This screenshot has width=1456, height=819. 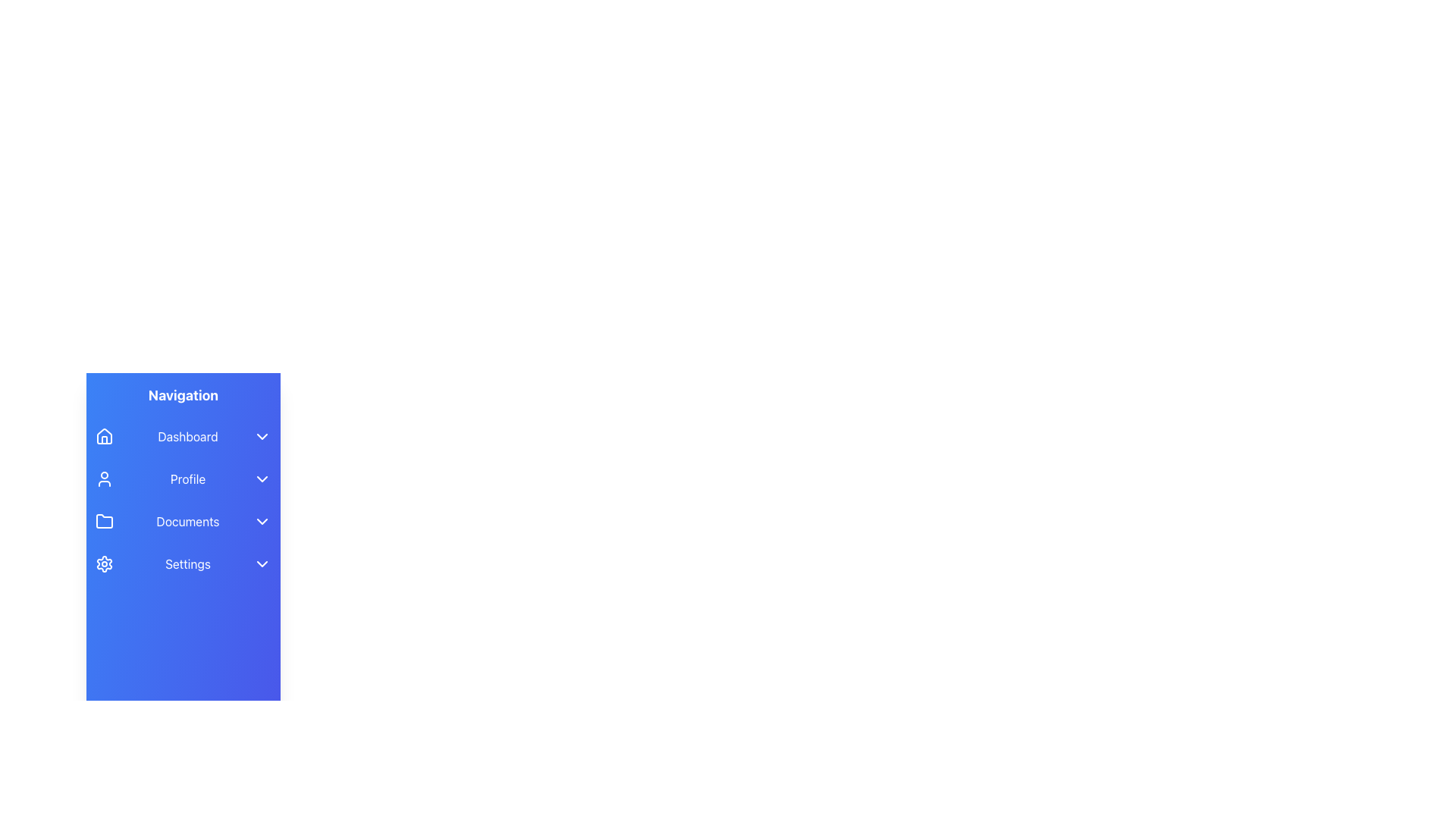 I want to click on the house icon in the sidebar navigation menu, which includes the door shape, so click(x=104, y=439).